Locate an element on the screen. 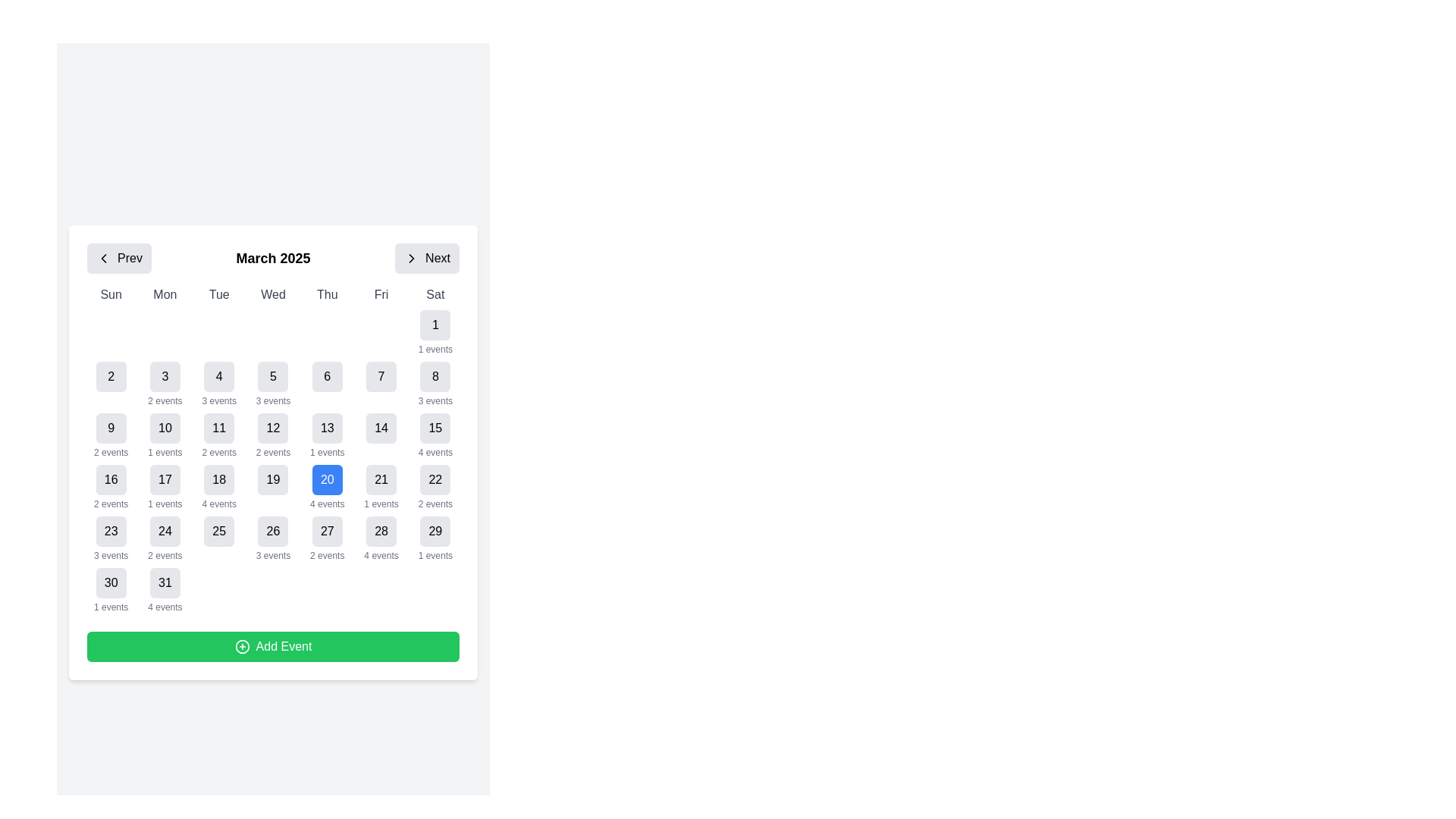 This screenshot has height=819, width=1456. the Calendar Date Item displaying the number '26' is located at coordinates (273, 538).